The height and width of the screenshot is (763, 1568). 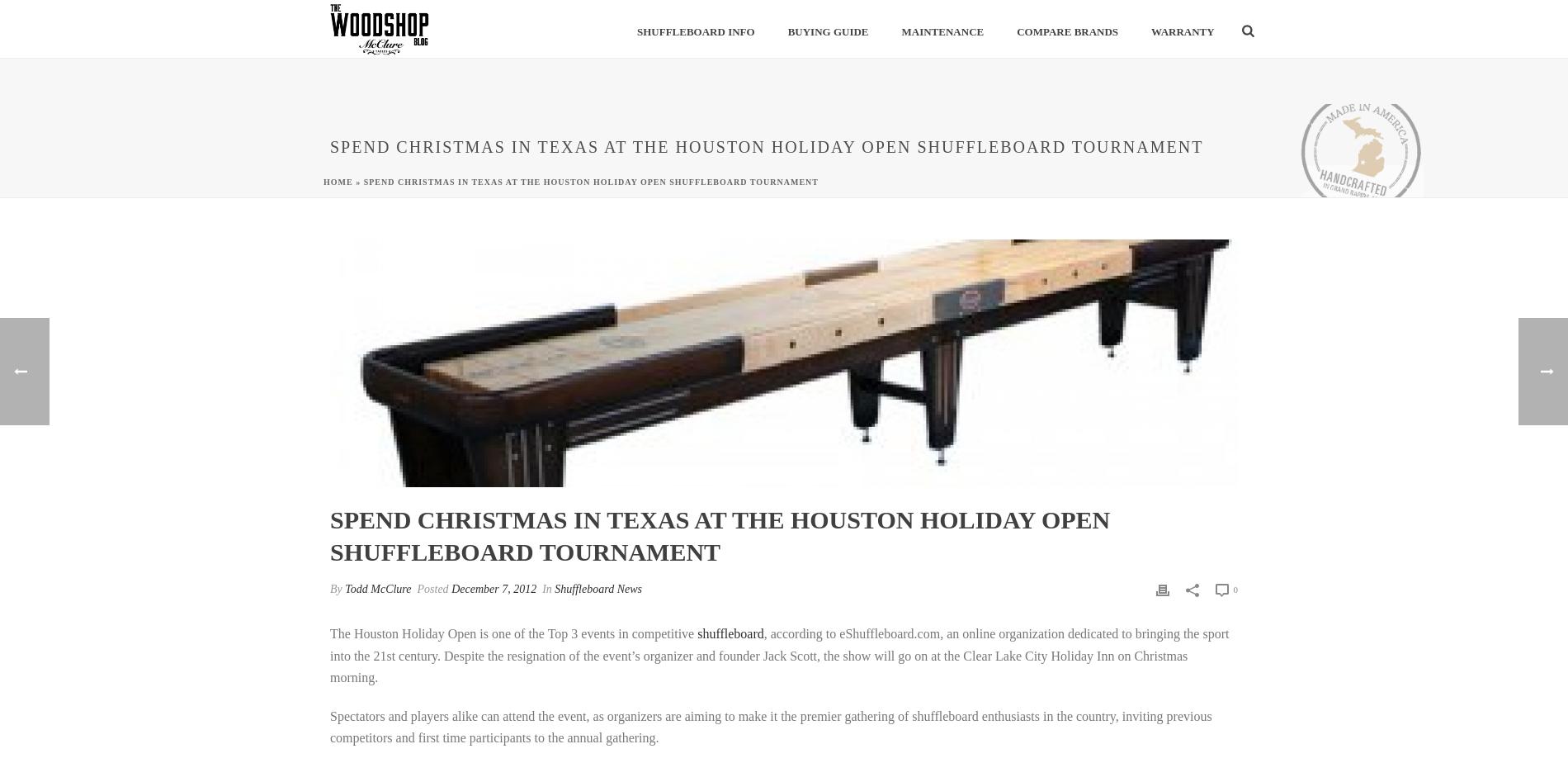 What do you see at coordinates (344, 589) in the screenshot?
I see `'Todd McClure'` at bounding box center [344, 589].